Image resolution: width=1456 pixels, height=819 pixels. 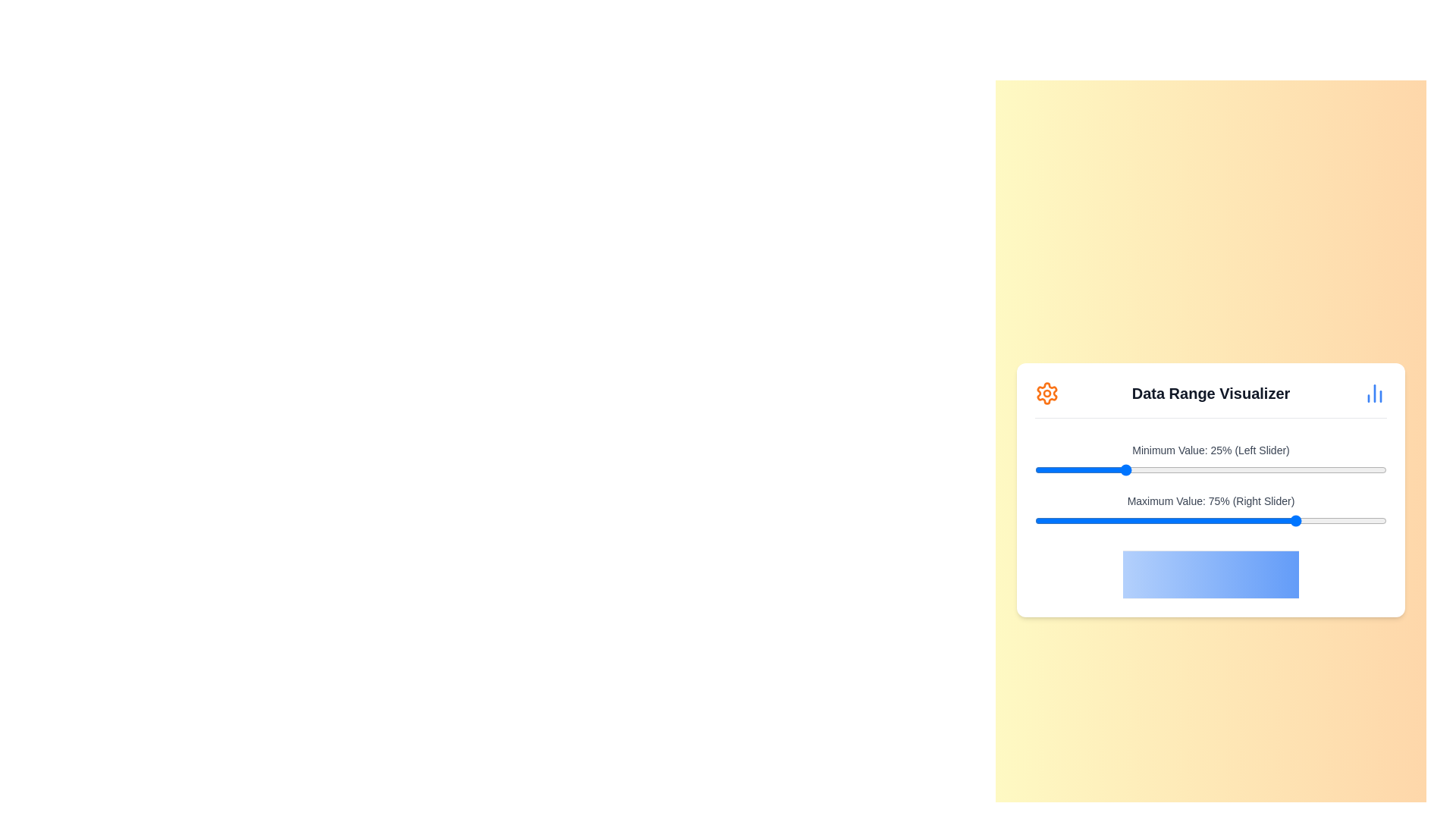 I want to click on the data range selector component, which includes sliders and text elements for adjusting minimum and maximum values, so click(x=1210, y=489).